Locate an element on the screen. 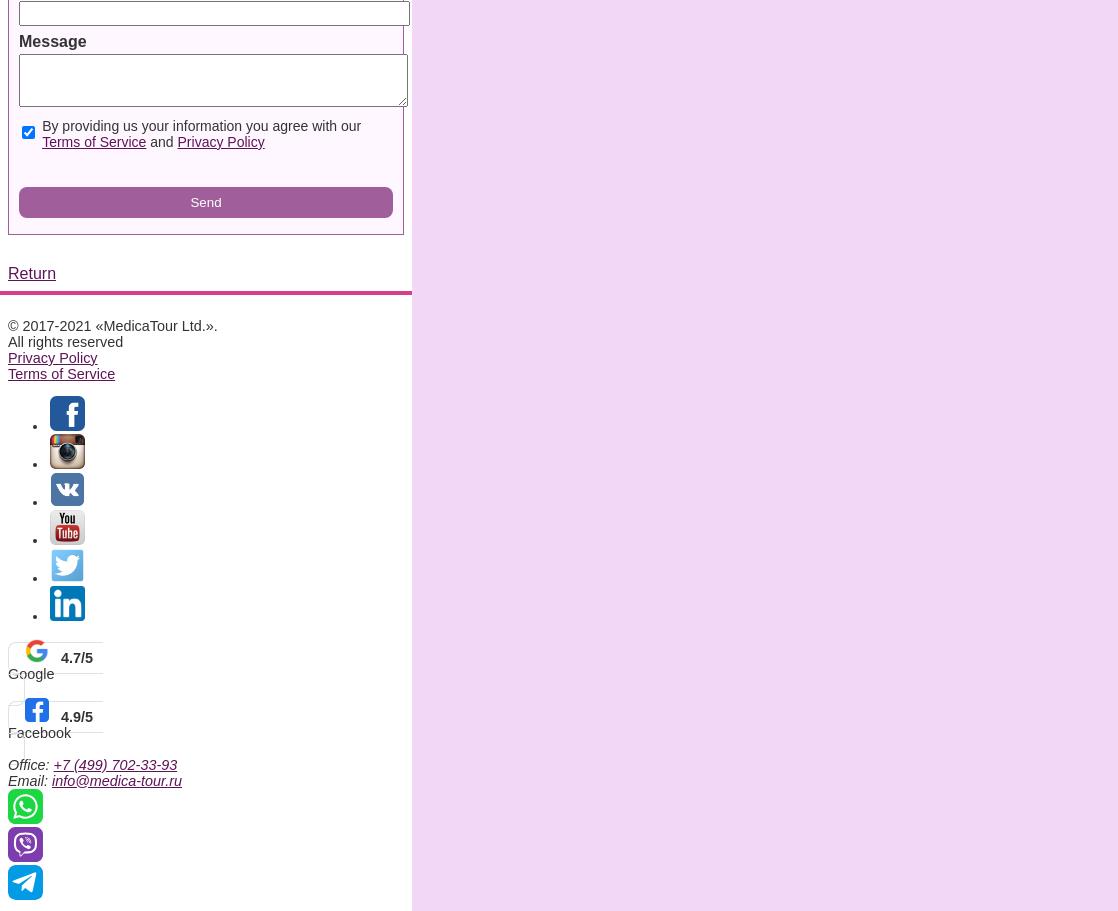  'Google' is located at coordinates (8, 671).